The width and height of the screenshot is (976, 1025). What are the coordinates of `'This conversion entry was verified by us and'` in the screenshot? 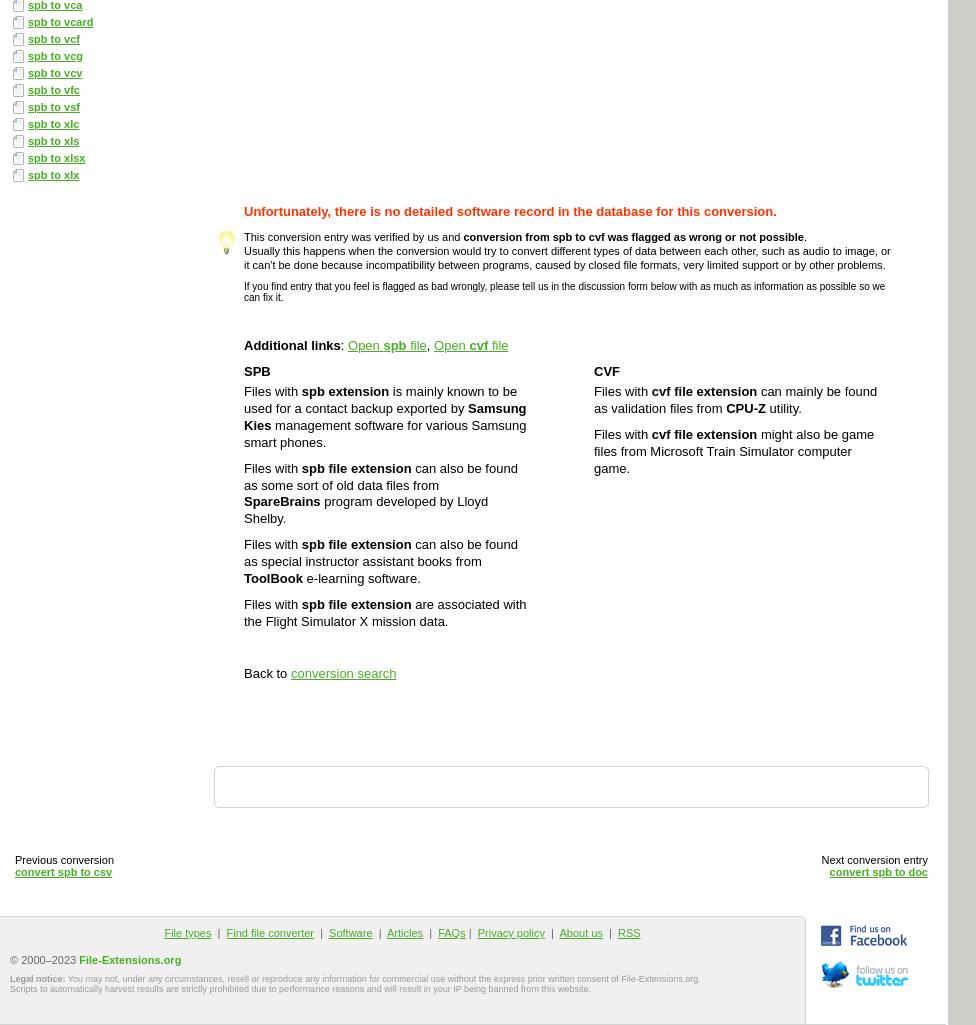 It's located at (353, 234).